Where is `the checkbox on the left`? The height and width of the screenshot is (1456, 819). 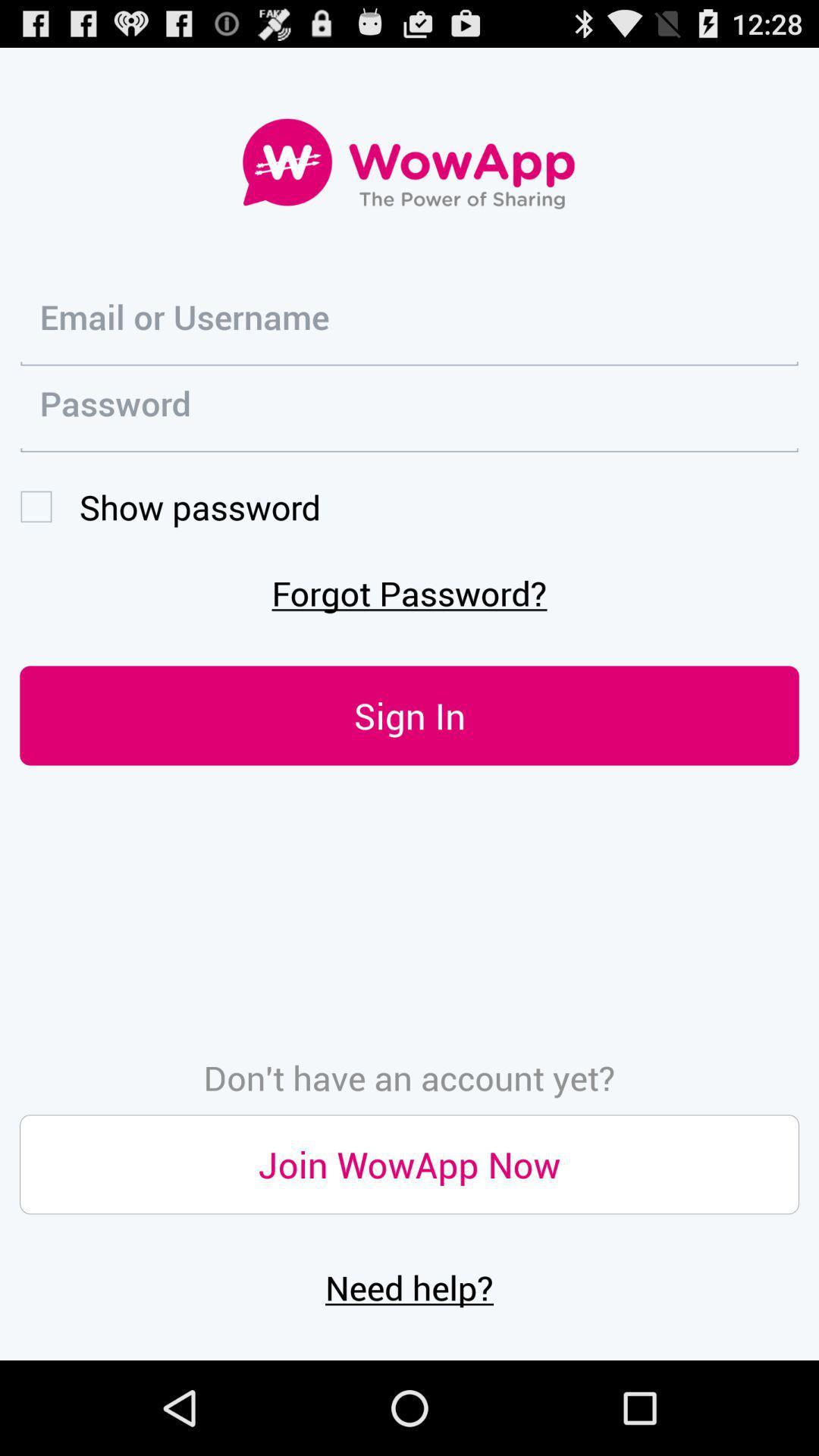 the checkbox on the left is located at coordinates (170, 507).